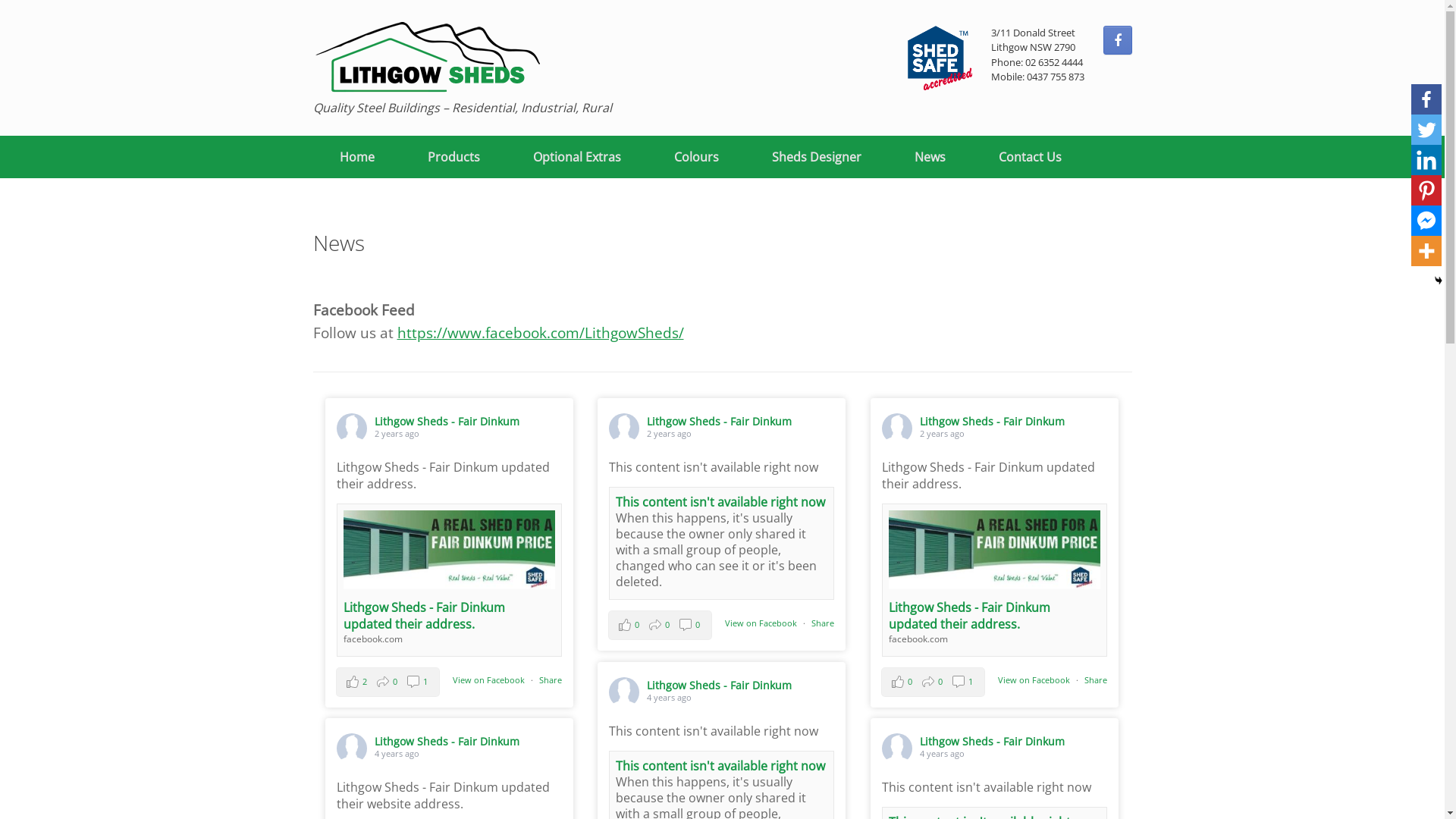 The width and height of the screenshot is (1456, 819). Describe the element at coordinates (388, 680) in the screenshot. I see `'View Comments` at that location.